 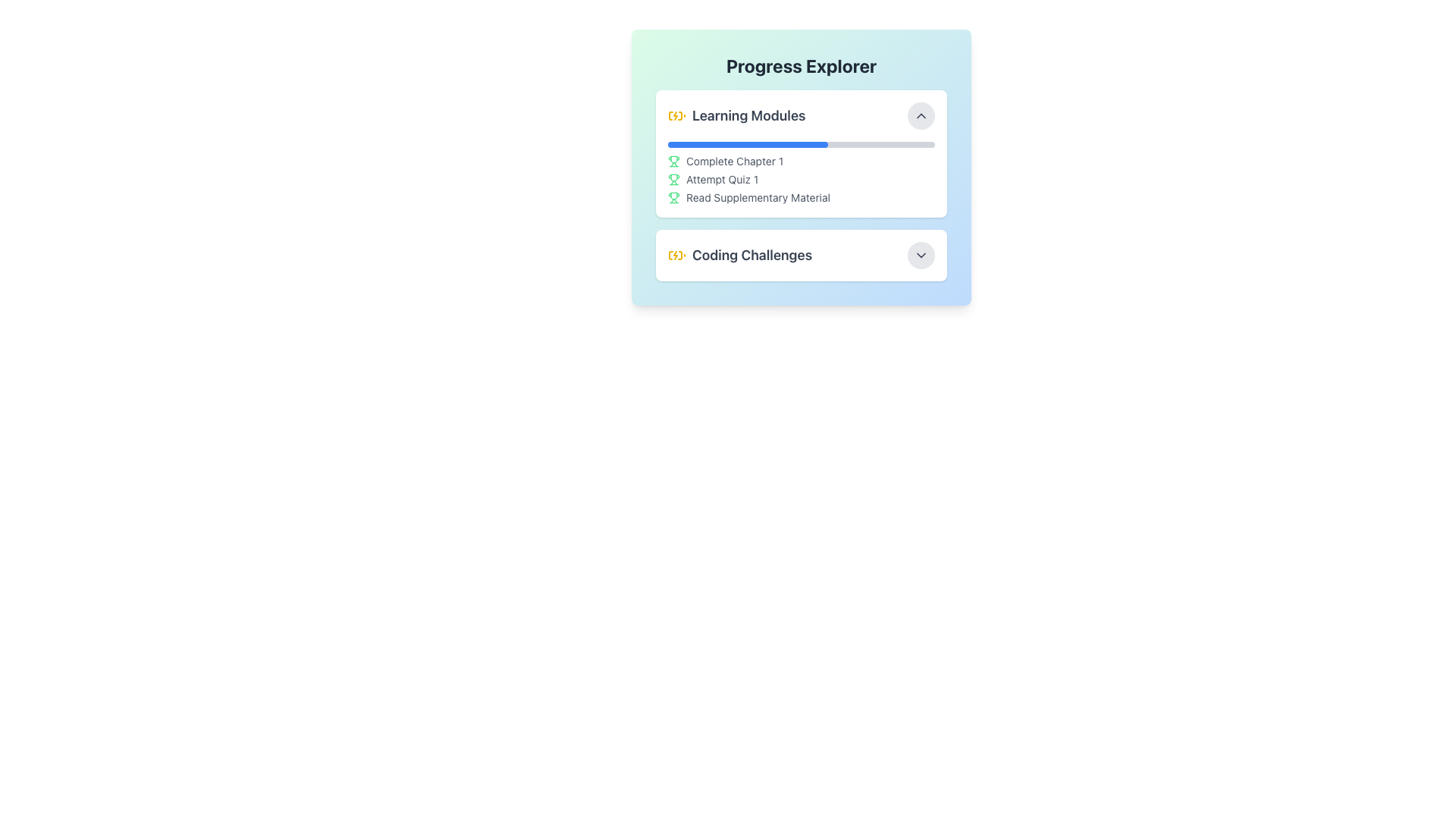 I want to click on the non-interactive Progress bar in the 'Learning Modules' section, which visually represents progress and is located beneath the title and above the list of activities, so click(x=748, y=145).